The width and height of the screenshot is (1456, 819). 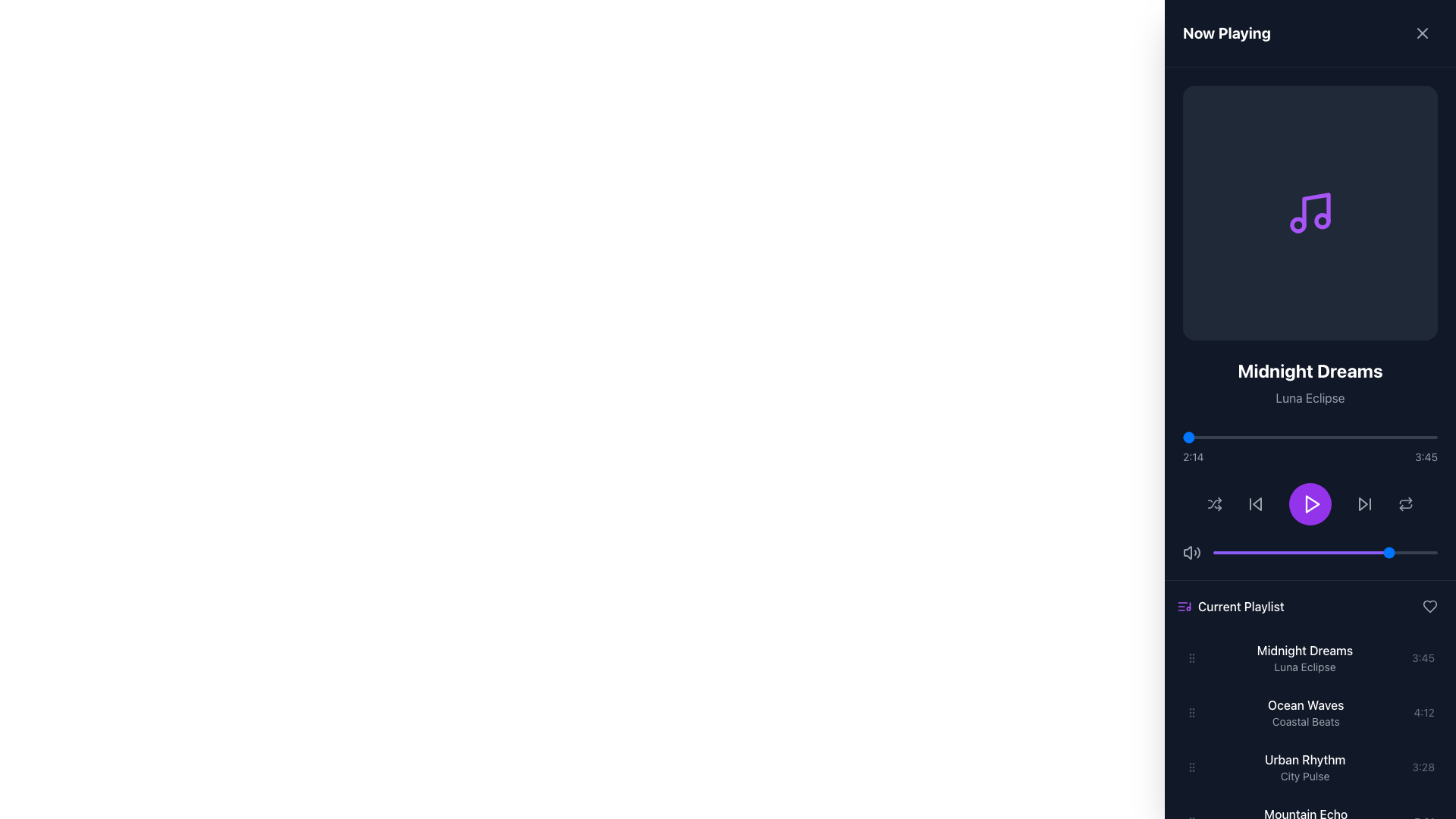 What do you see at coordinates (1215, 504) in the screenshot?
I see `the shuffle icon, which resembles two intertwined arrows and is located between the play button and volume control in the music player controls area` at bounding box center [1215, 504].